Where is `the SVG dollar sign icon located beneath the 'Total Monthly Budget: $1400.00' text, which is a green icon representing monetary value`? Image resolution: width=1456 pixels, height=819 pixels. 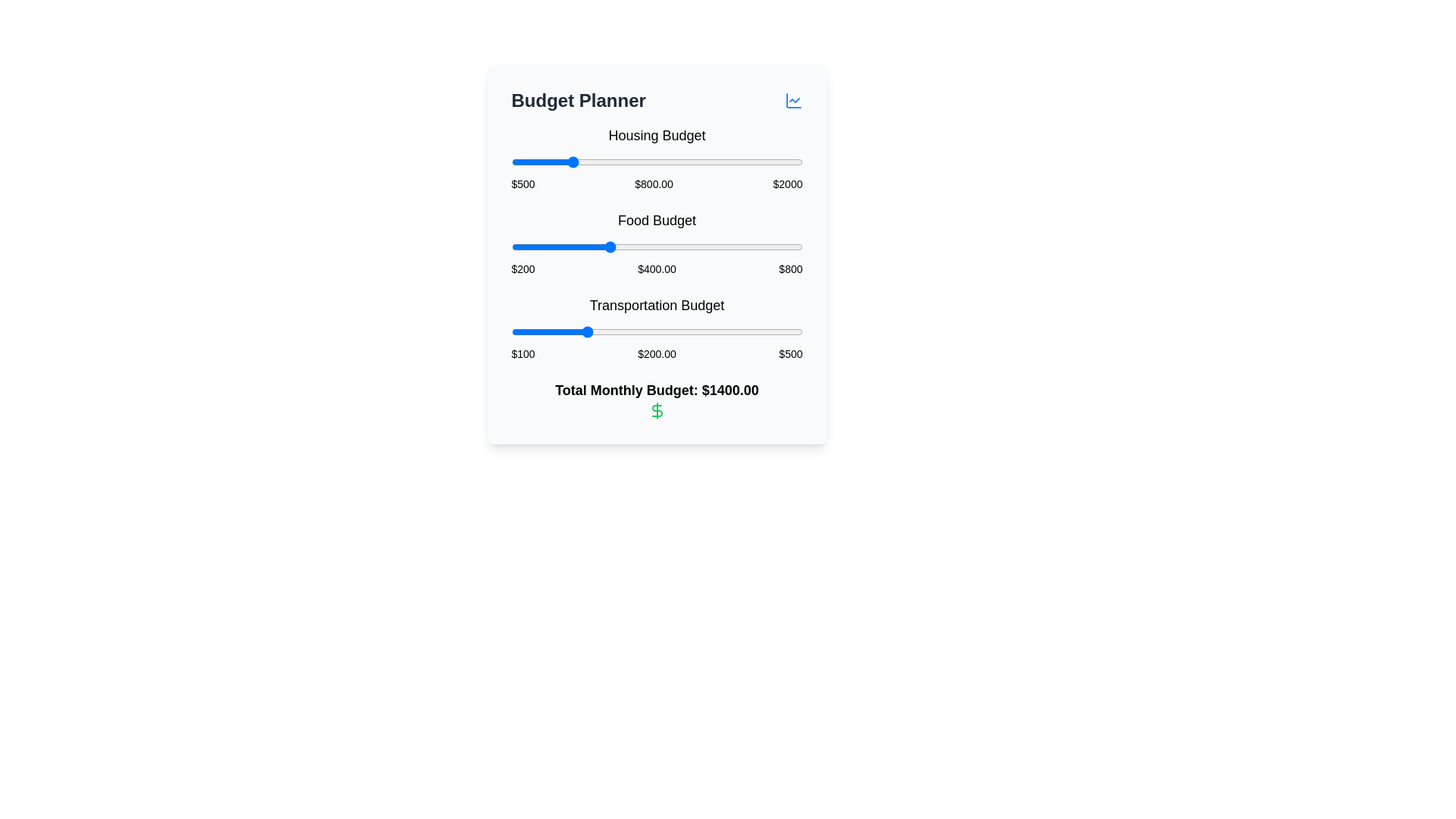
the SVG dollar sign icon located beneath the 'Total Monthly Budget: $1400.00' text, which is a green icon representing monetary value is located at coordinates (657, 410).